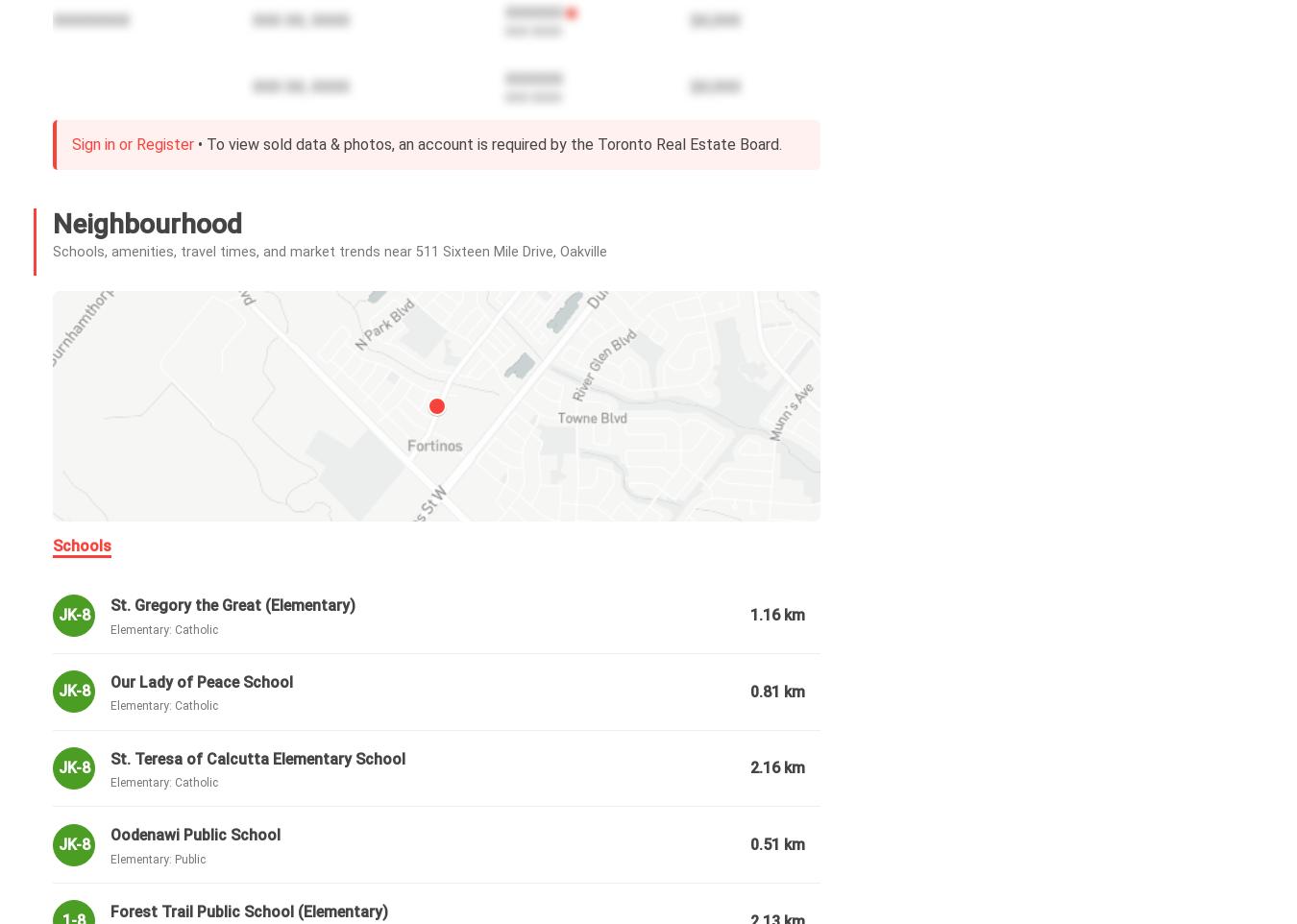  What do you see at coordinates (182, 848) in the screenshot?
I see `'Y'` at bounding box center [182, 848].